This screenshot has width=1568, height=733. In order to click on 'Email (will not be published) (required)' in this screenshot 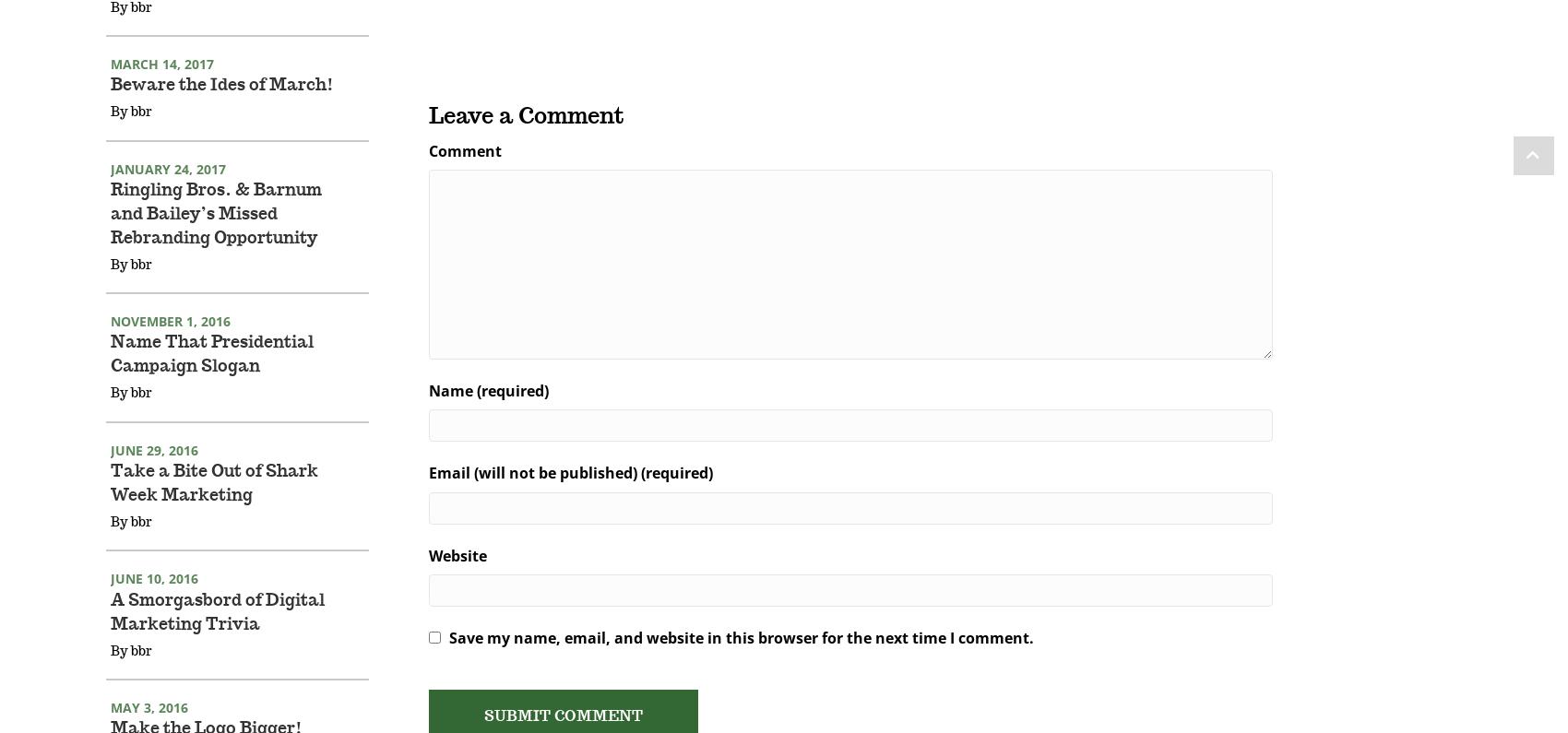, I will do `click(568, 496)`.